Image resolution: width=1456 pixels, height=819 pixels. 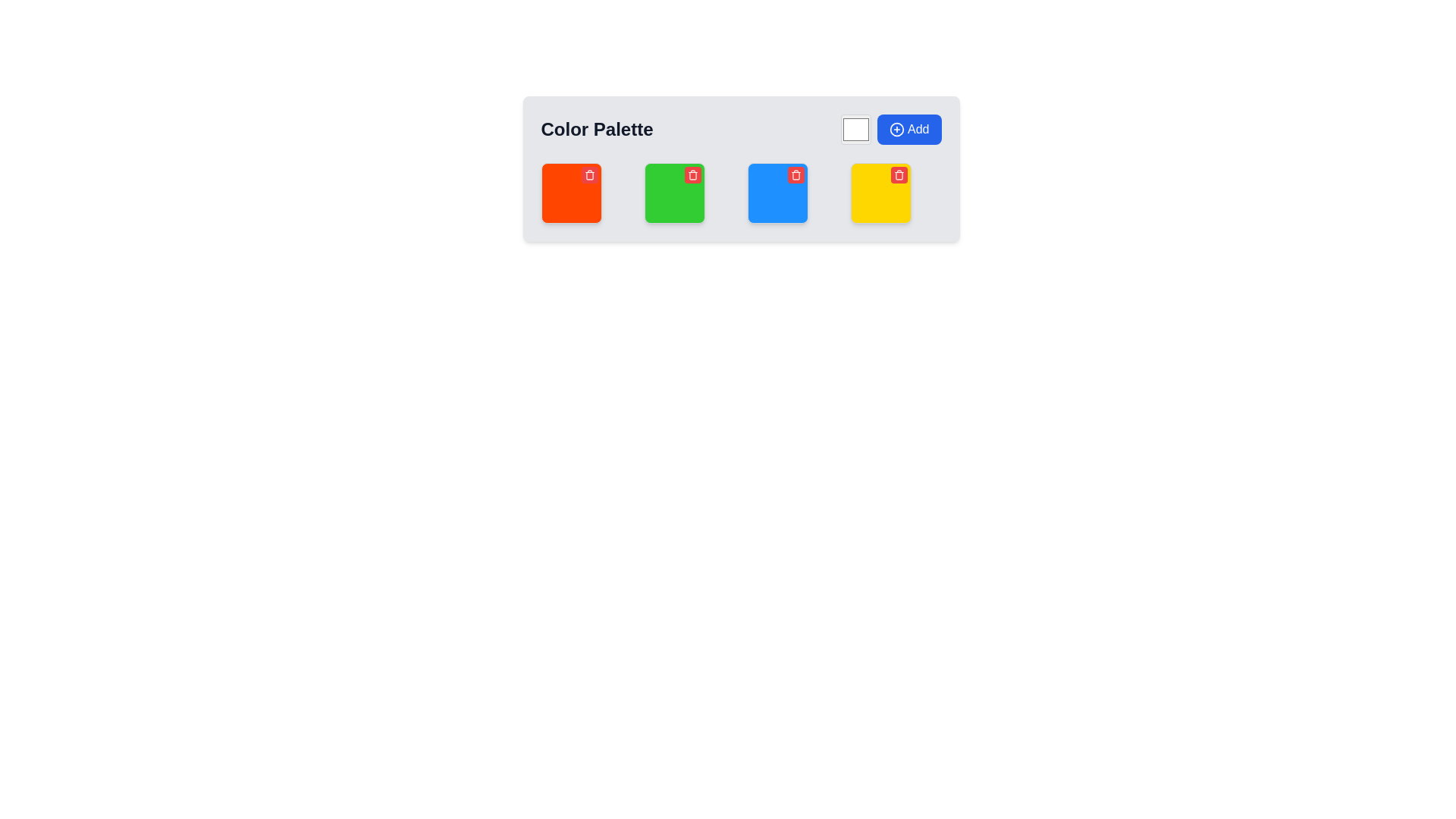 I want to click on the interactive color selection tile located at the fourth position in the color palette, so click(x=880, y=192).